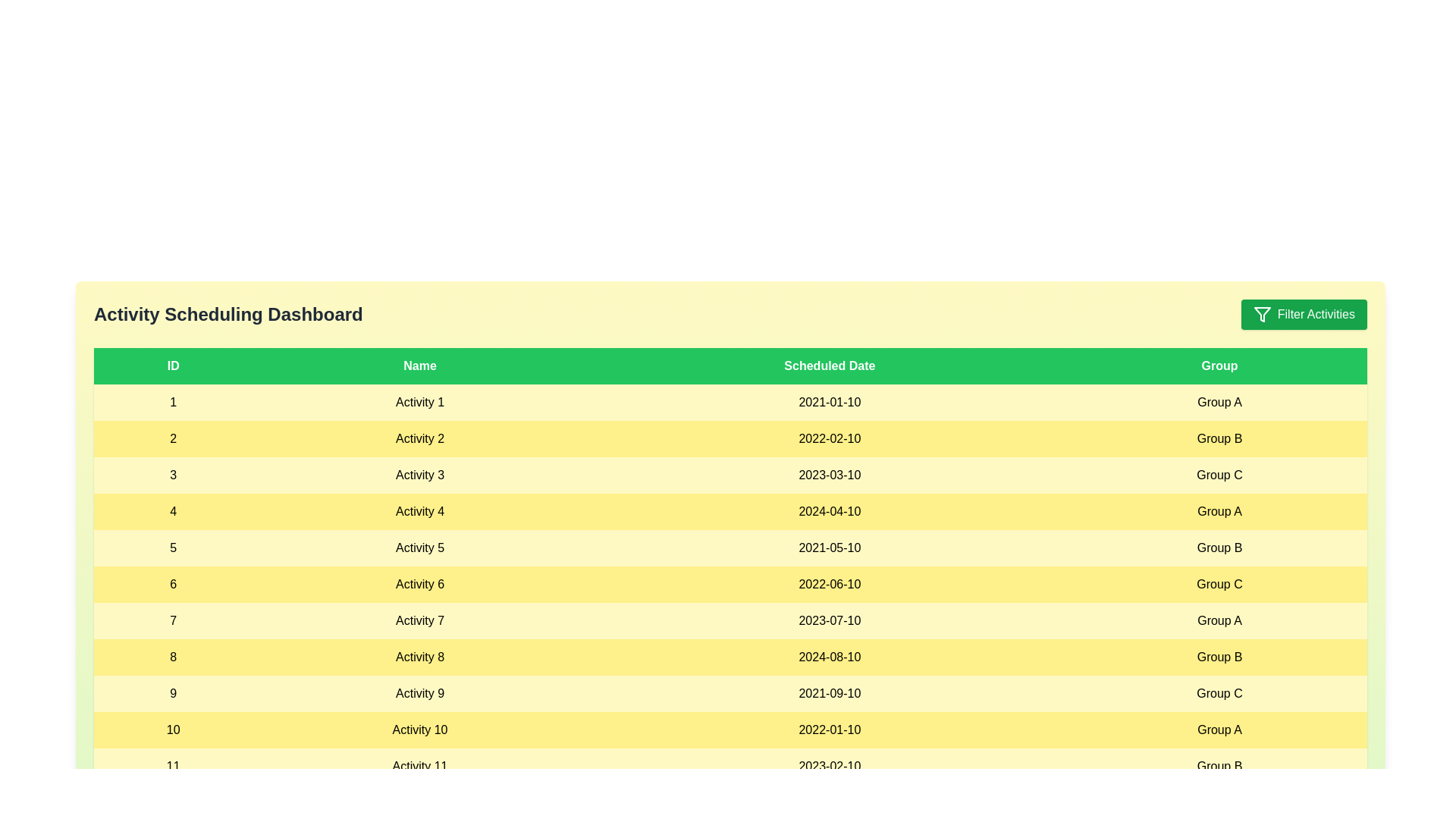 The height and width of the screenshot is (819, 1456). I want to click on the 'Filter Activities' button to open the filtering options, so click(1303, 314).